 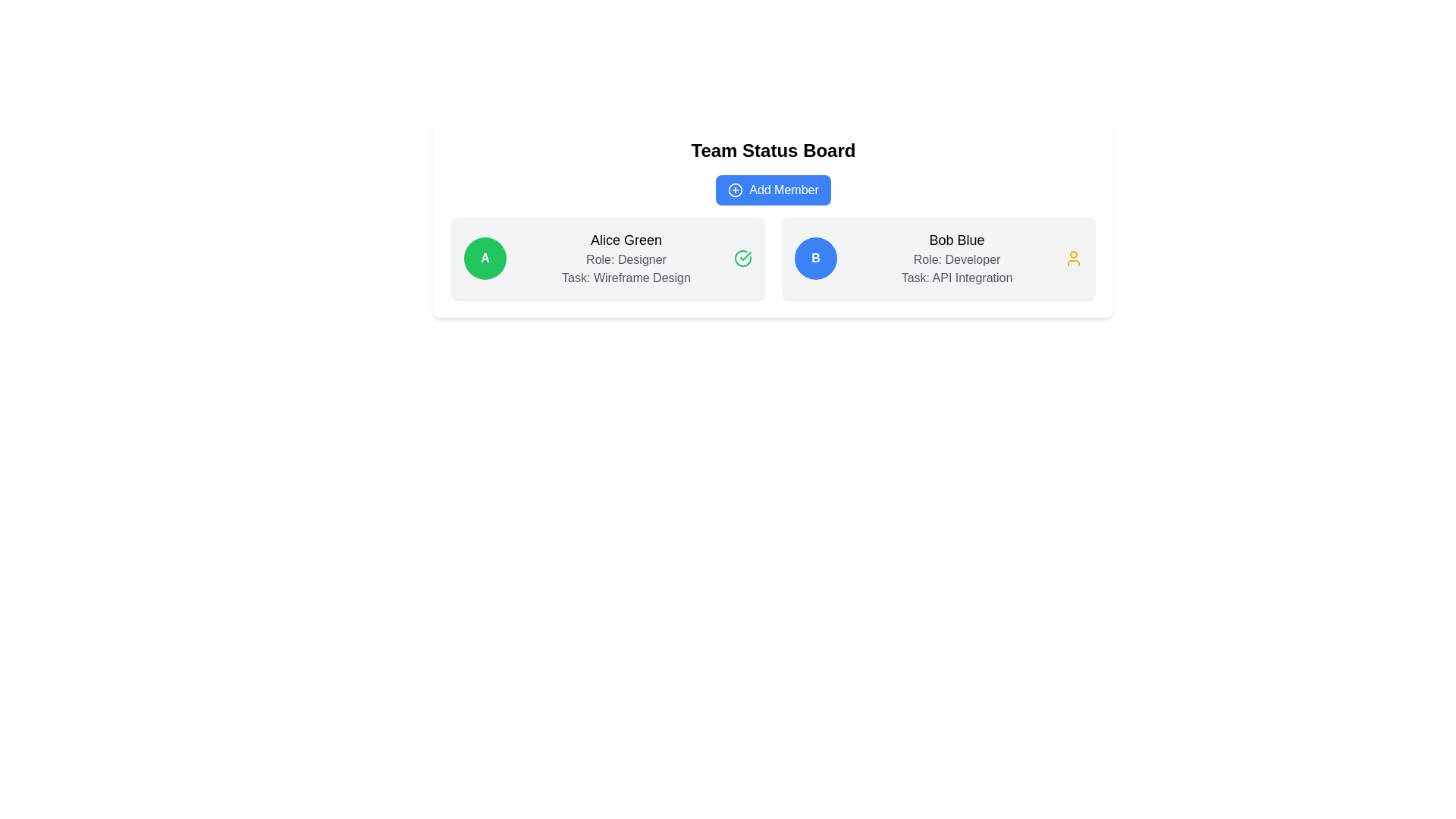 I want to click on the 'Add Member' button, which has a blue background, white text, and a circular plus icon, to trigger hover effects, so click(x=773, y=189).